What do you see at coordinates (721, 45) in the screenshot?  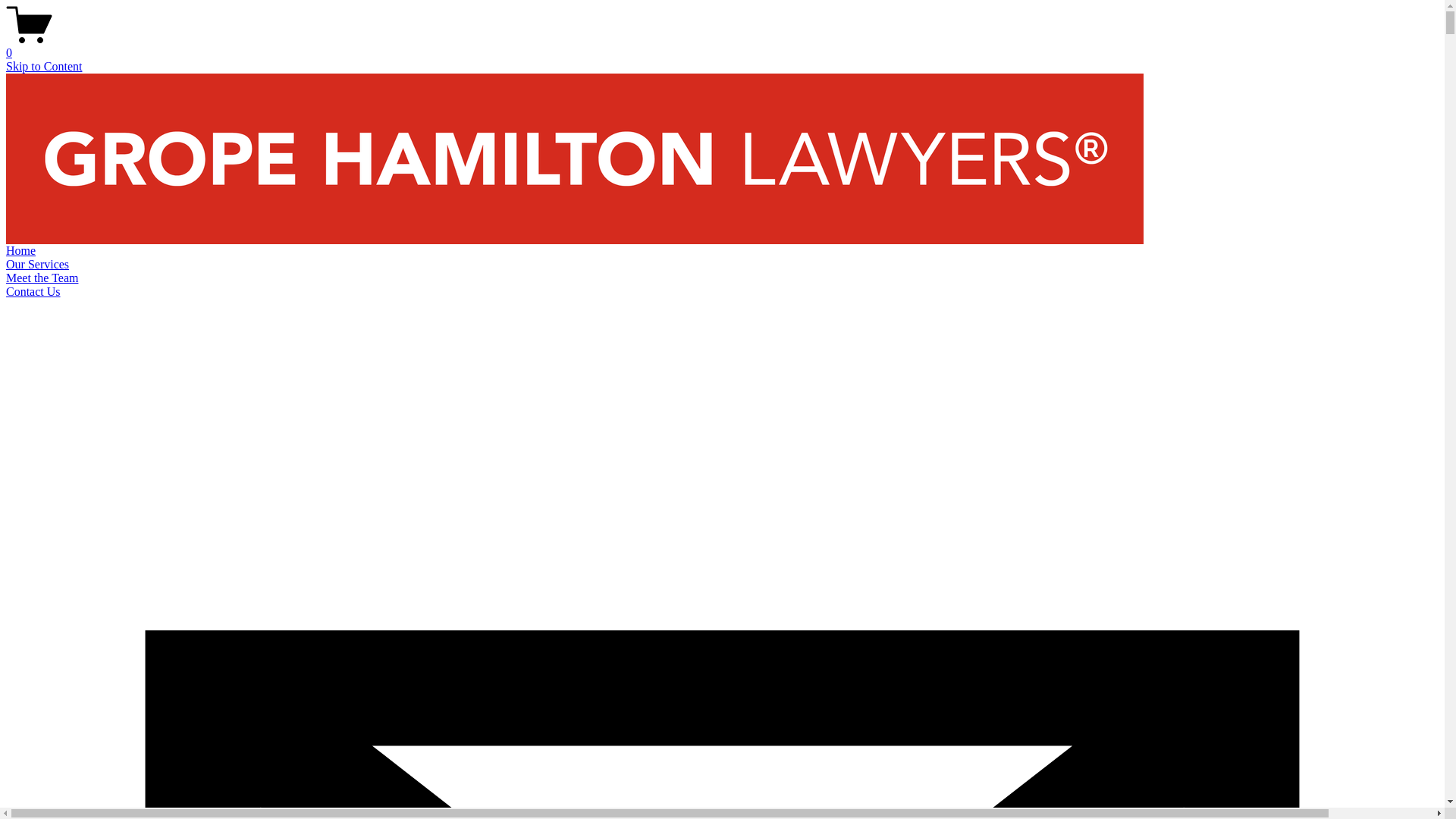 I see `'0'` at bounding box center [721, 45].